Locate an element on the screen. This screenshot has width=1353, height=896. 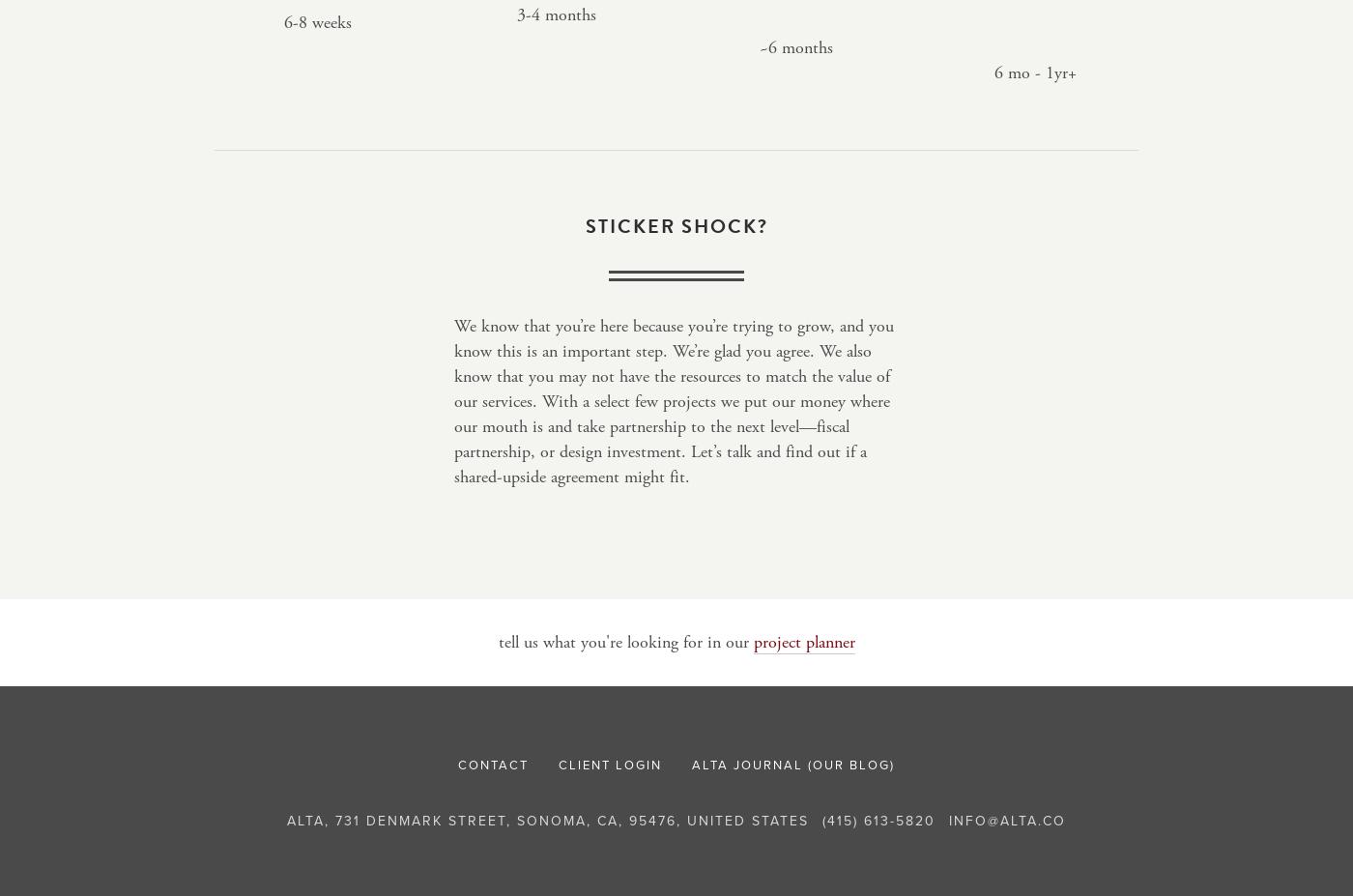
'3-4 months' is located at coordinates (556, 14).